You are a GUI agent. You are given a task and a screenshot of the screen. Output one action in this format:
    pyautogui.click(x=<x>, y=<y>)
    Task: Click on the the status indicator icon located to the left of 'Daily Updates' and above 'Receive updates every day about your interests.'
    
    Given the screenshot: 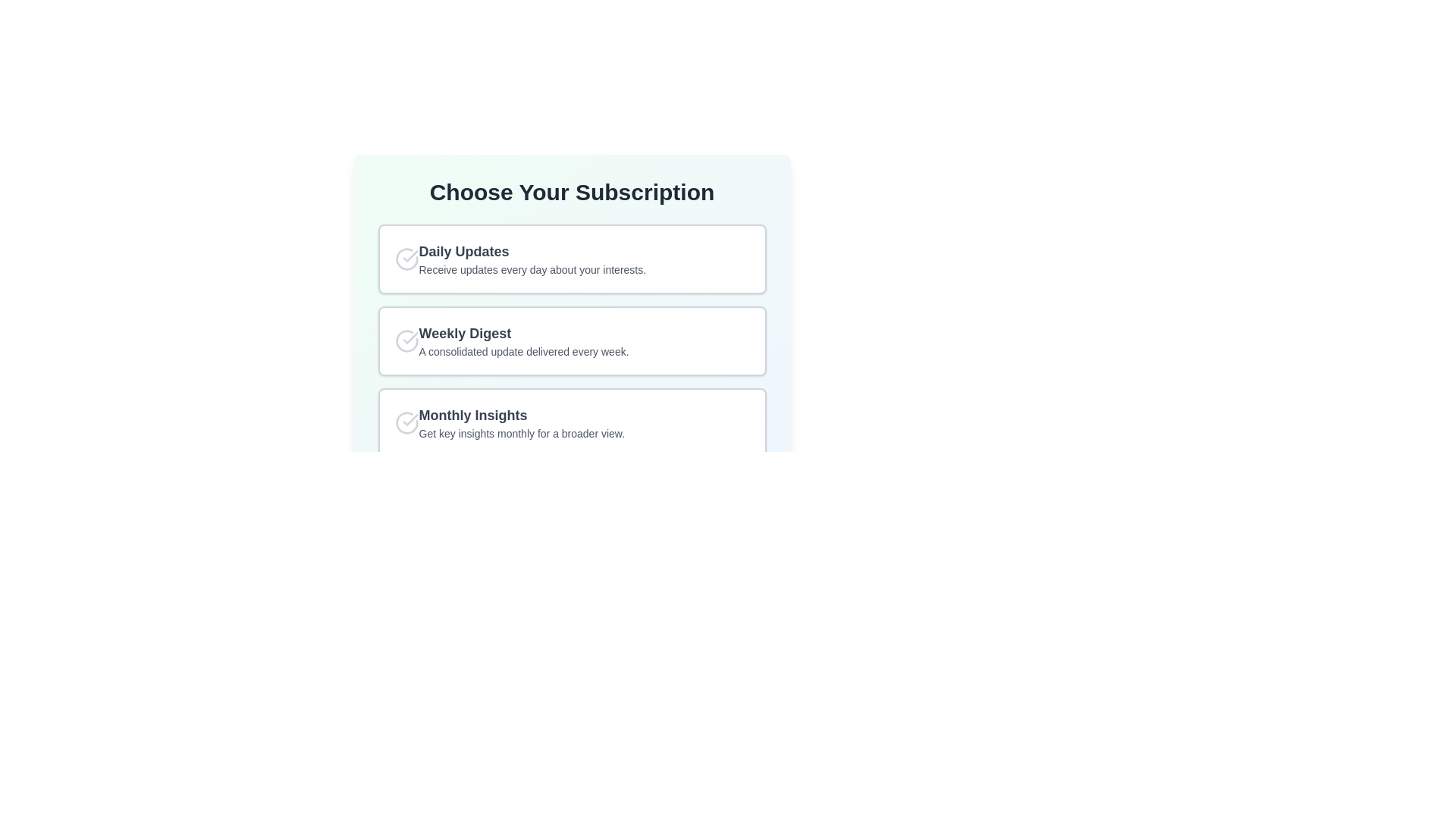 What is the action you would take?
    pyautogui.click(x=406, y=259)
    